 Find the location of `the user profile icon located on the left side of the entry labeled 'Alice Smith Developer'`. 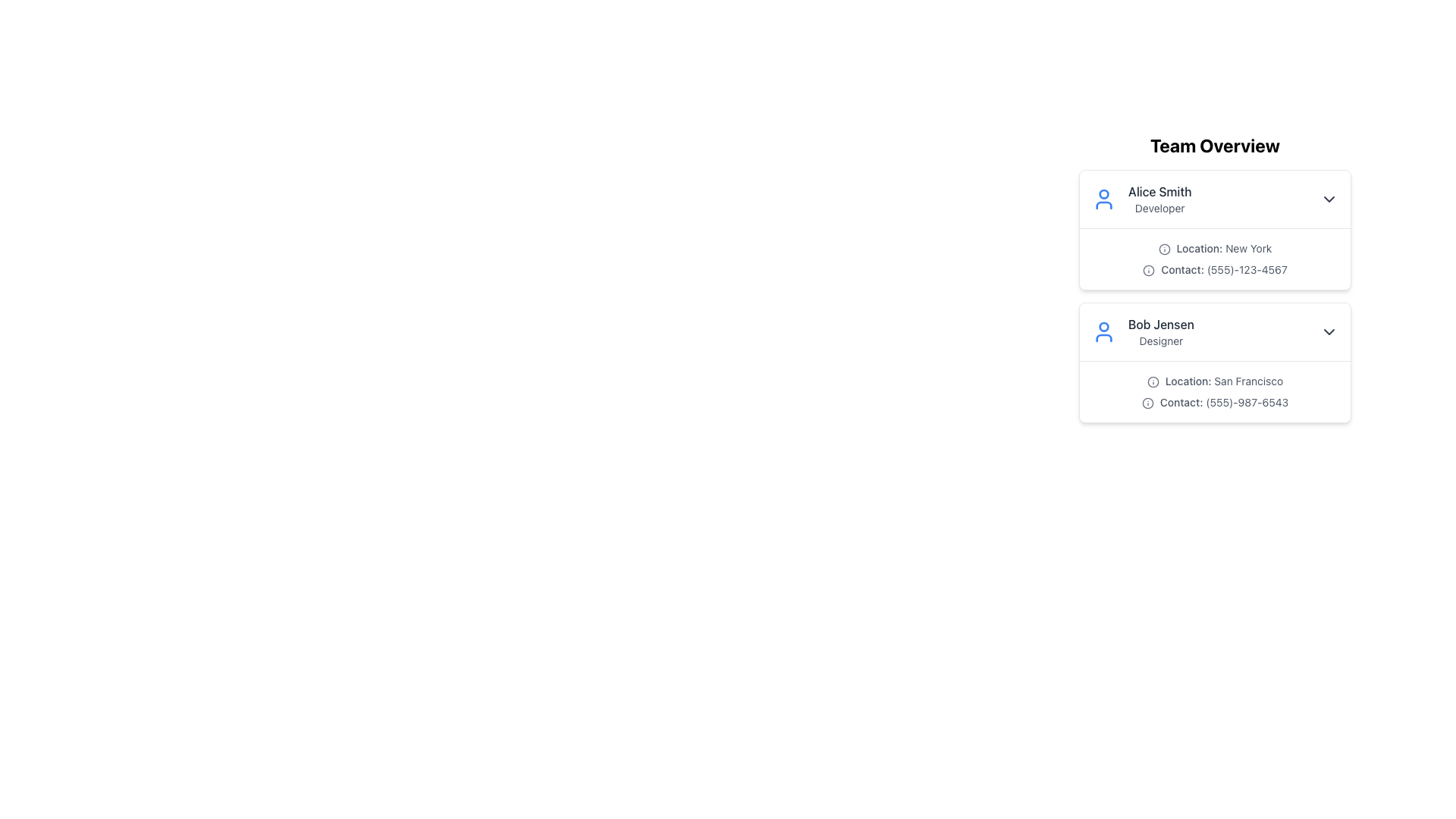

the user profile icon located on the left side of the entry labeled 'Alice Smith Developer' is located at coordinates (1103, 198).